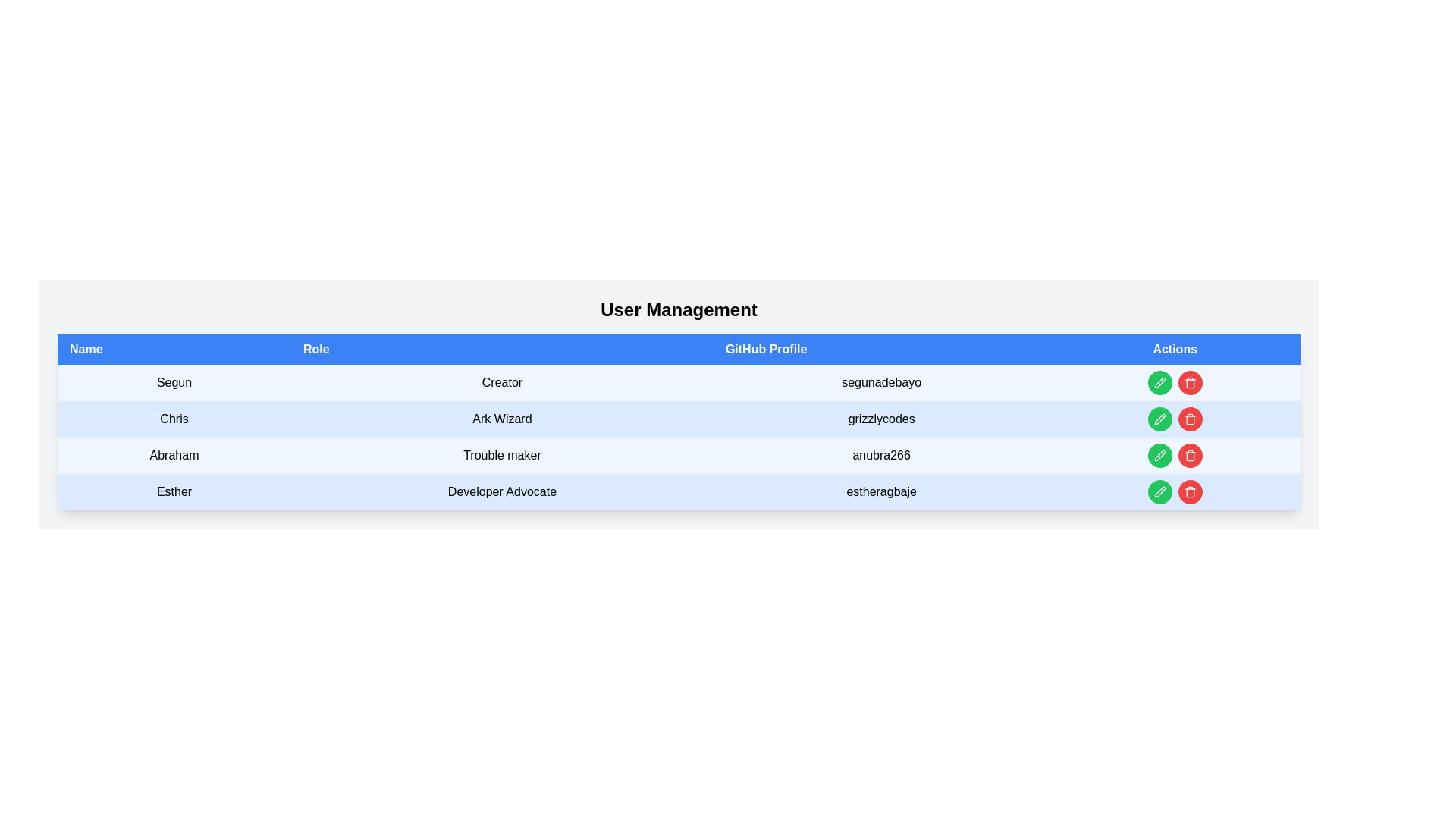 The image size is (1456, 819). What do you see at coordinates (678, 455) in the screenshot?
I see `the third row` at bounding box center [678, 455].